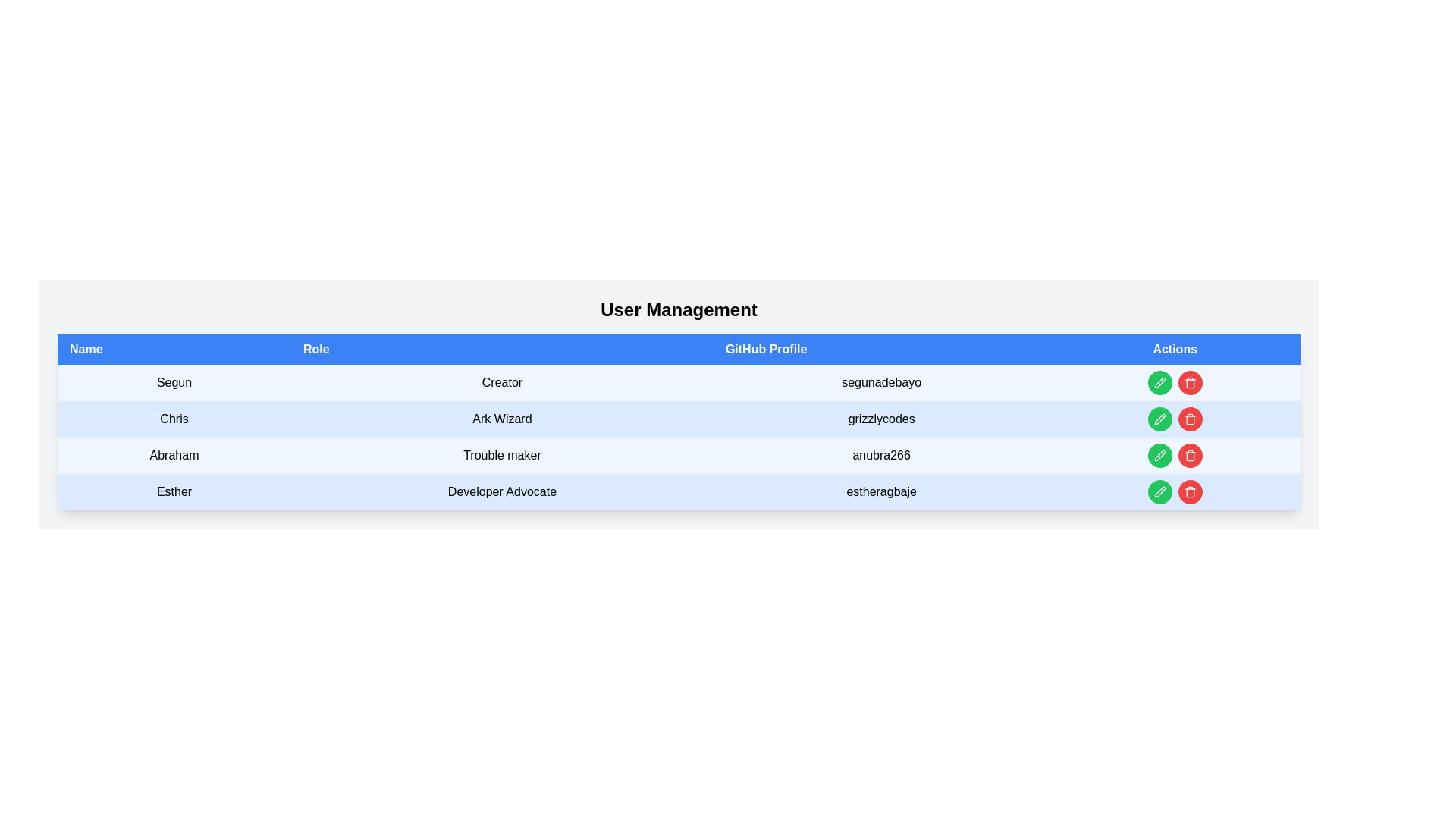 The image size is (1456, 819). What do you see at coordinates (678, 455) in the screenshot?
I see `the third row` at bounding box center [678, 455].